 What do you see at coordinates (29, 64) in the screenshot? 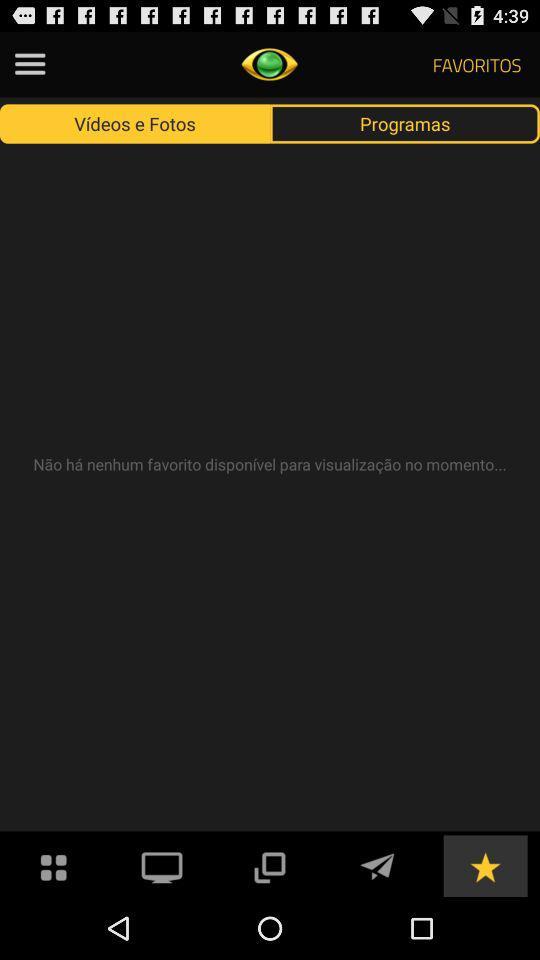
I see `stinting` at bounding box center [29, 64].